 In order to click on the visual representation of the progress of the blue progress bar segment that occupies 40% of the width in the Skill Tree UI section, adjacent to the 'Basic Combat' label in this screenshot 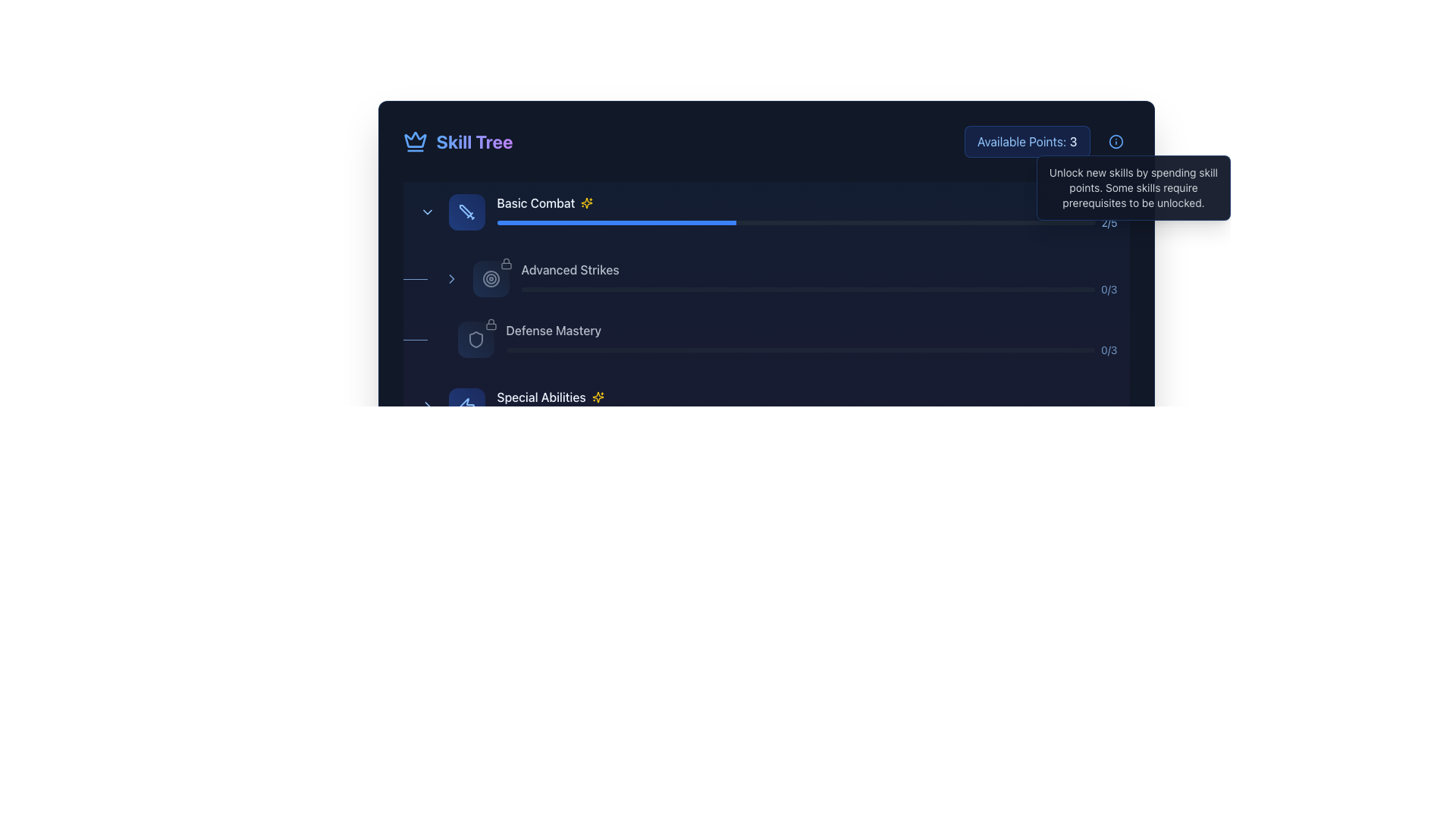, I will do `click(617, 222)`.